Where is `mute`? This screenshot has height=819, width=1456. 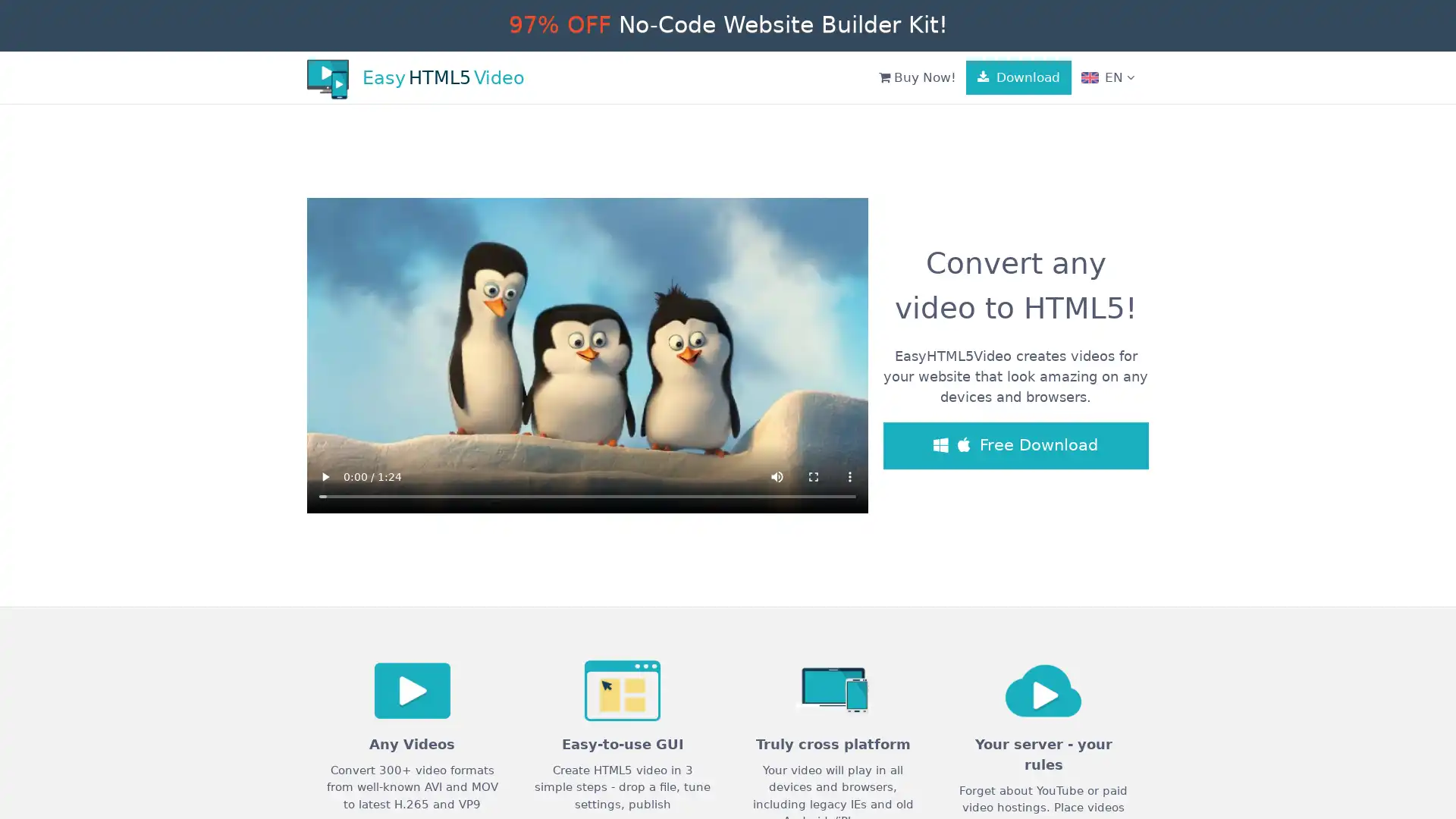 mute is located at coordinates (777, 475).